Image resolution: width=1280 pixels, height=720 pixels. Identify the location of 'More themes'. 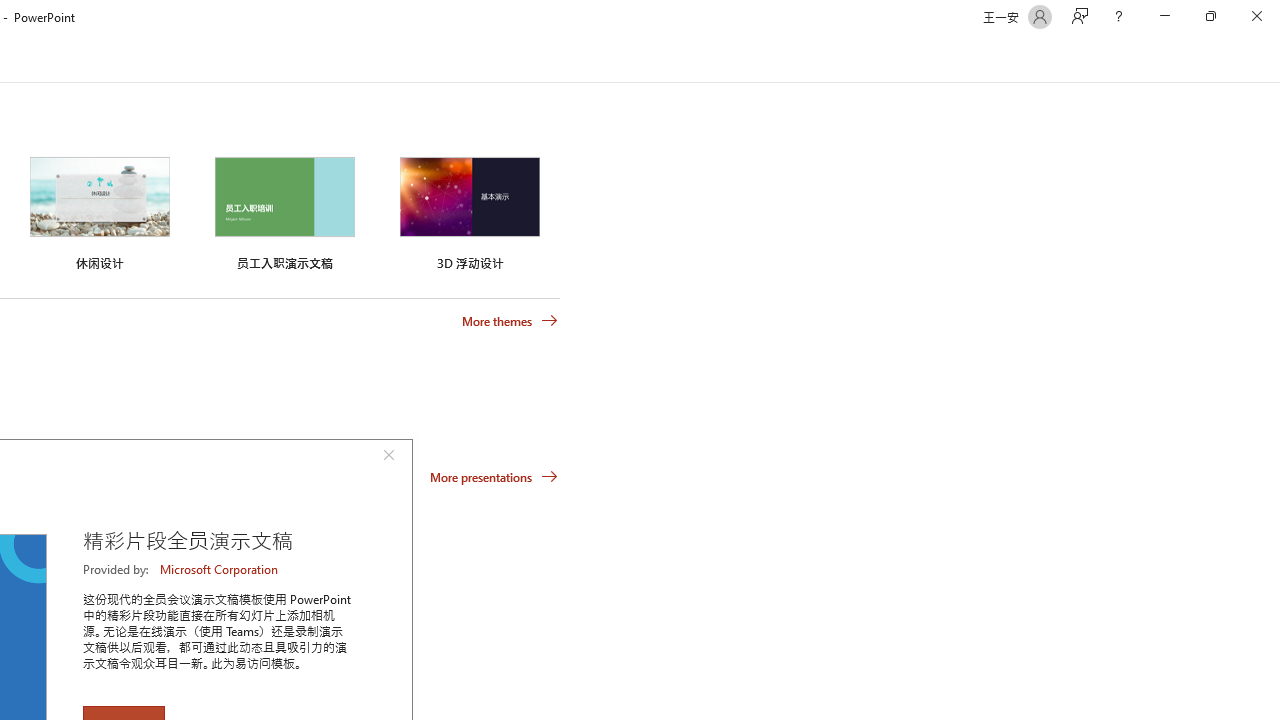
(510, 320).